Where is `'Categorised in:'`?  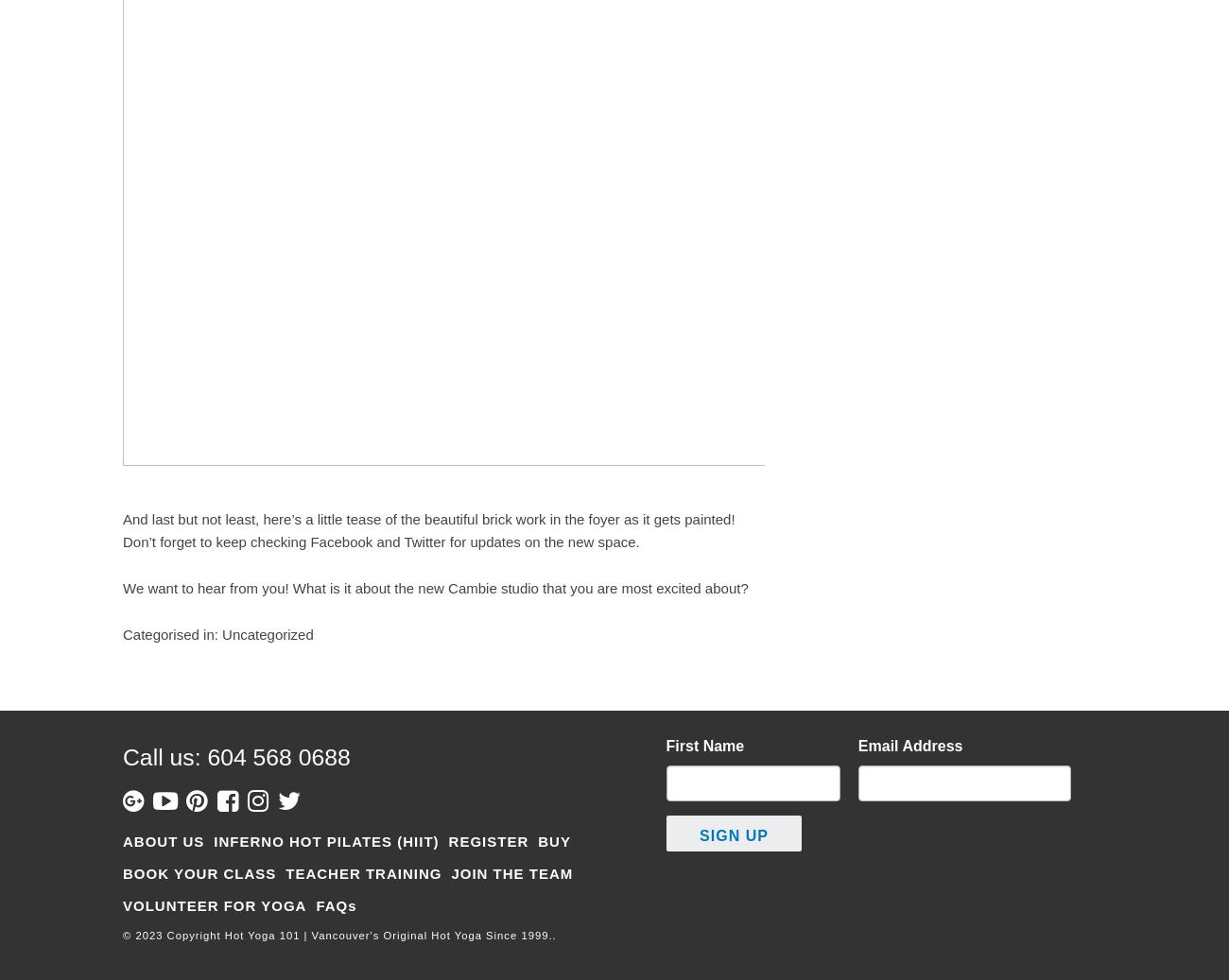 'Categorised in:' is located at coordinates (122, 634).